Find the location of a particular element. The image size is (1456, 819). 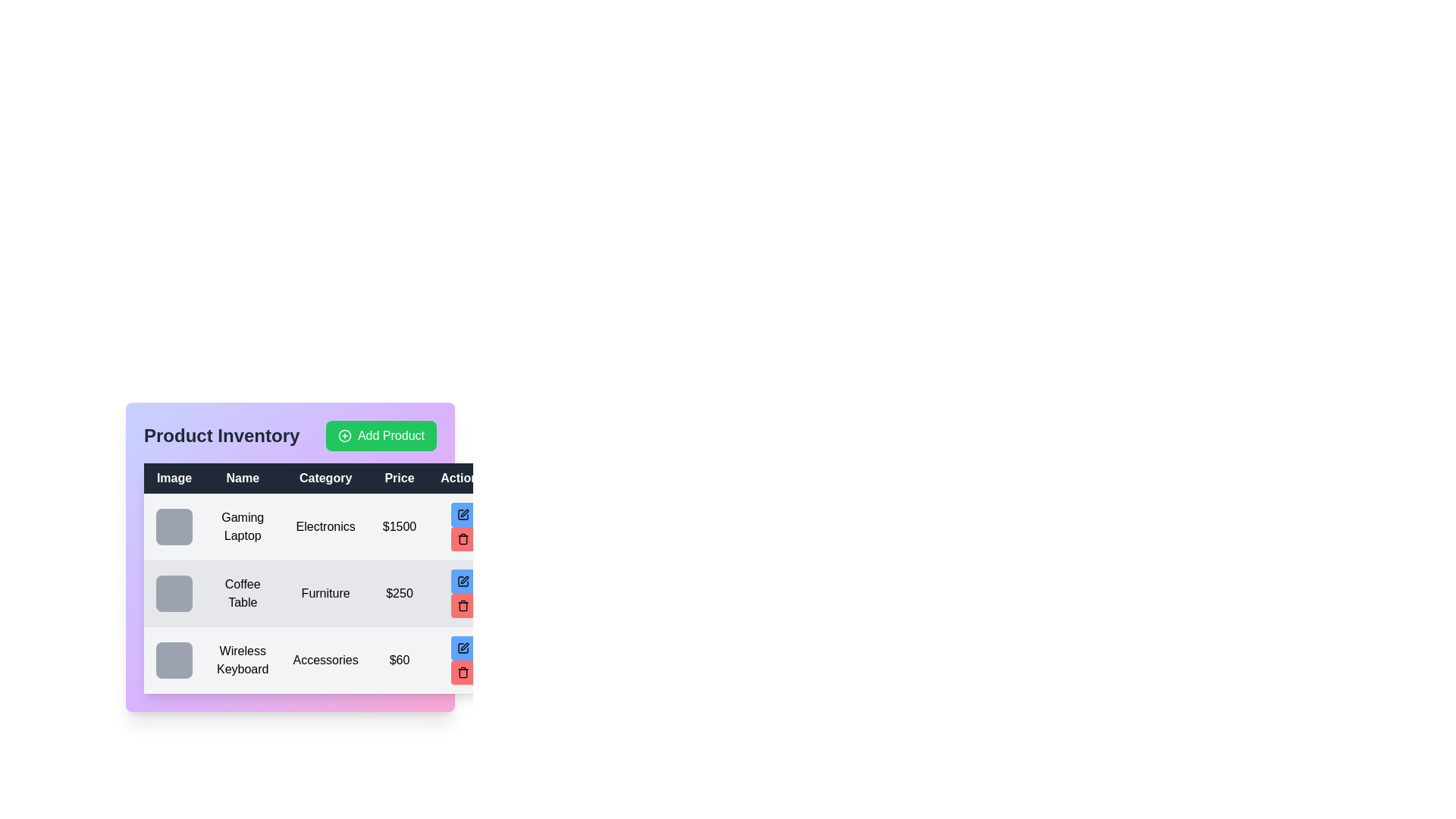

the 'Electronics' text label in the third column of the first row under the 'Category' header is located at coordinates (325, 526).